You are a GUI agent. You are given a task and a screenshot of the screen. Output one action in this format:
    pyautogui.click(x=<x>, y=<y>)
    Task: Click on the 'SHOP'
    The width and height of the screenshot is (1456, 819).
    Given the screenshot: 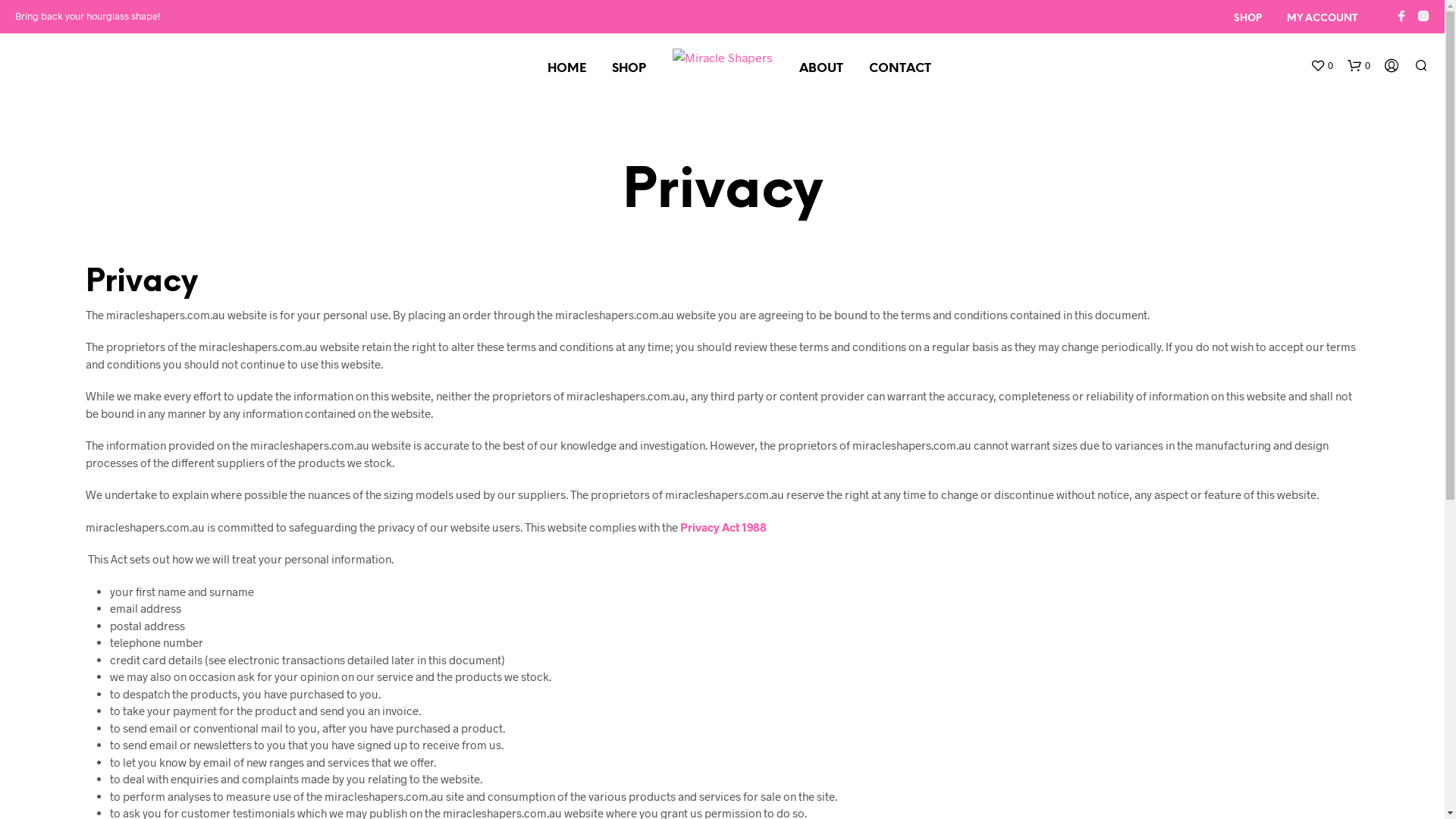 What is the action you would take?
    pyautogui.click(x=1247, y=18)
    